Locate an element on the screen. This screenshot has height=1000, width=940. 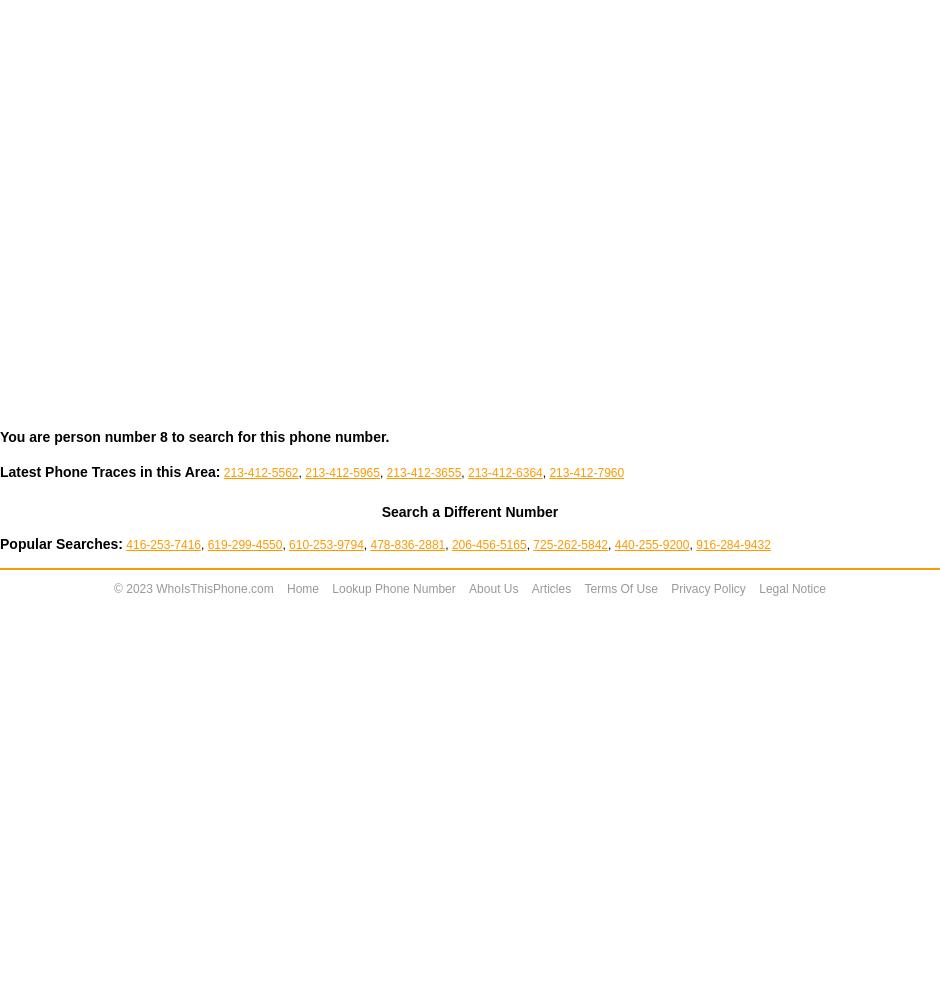
'Legal Notice' is located at coordinates (792, 588).